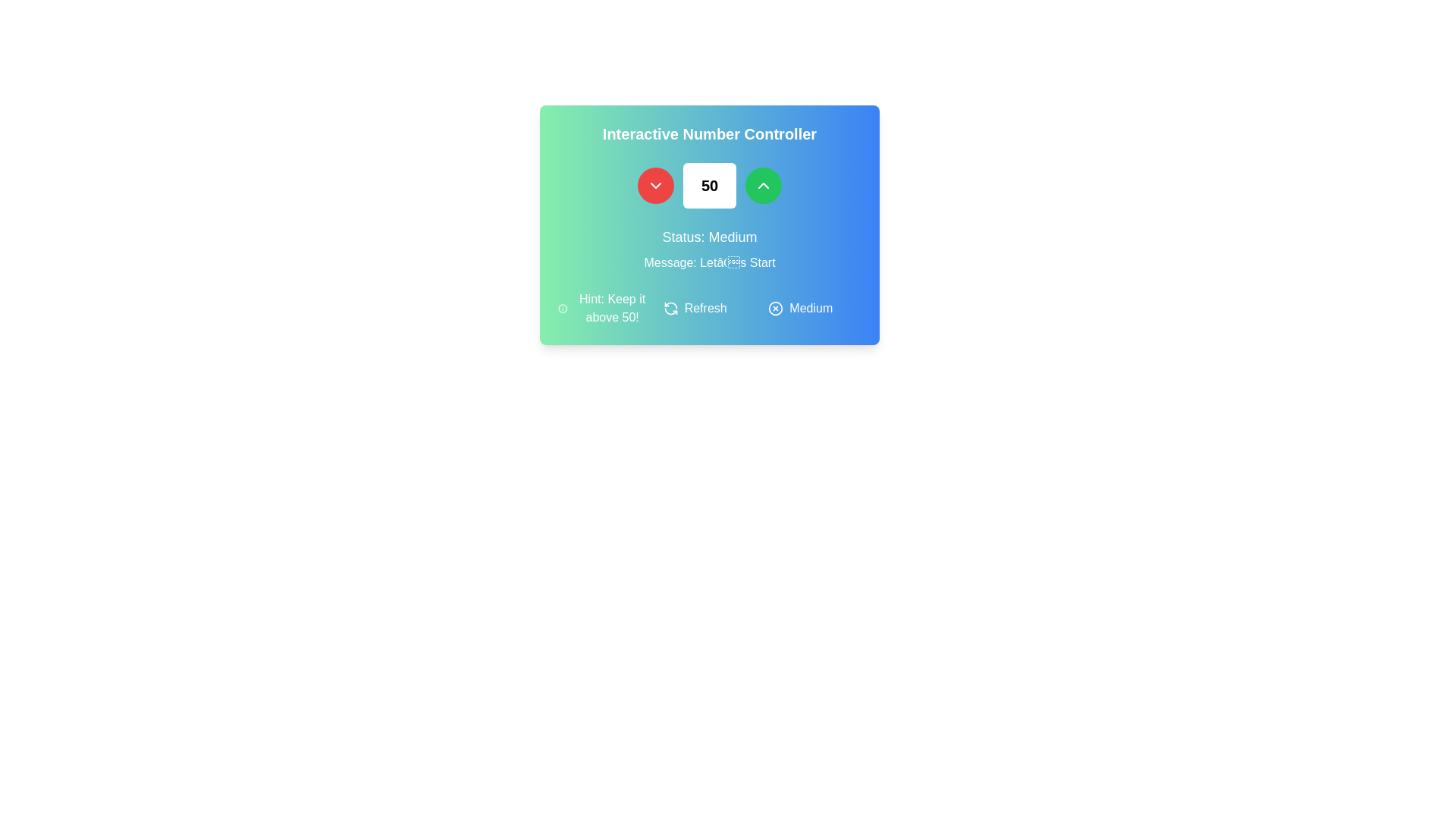 The image size is (1456, 819). I want to click on the numeric value display element located between the red button with a downward arrow and the green button with an upward arrow, so click(709, 185).